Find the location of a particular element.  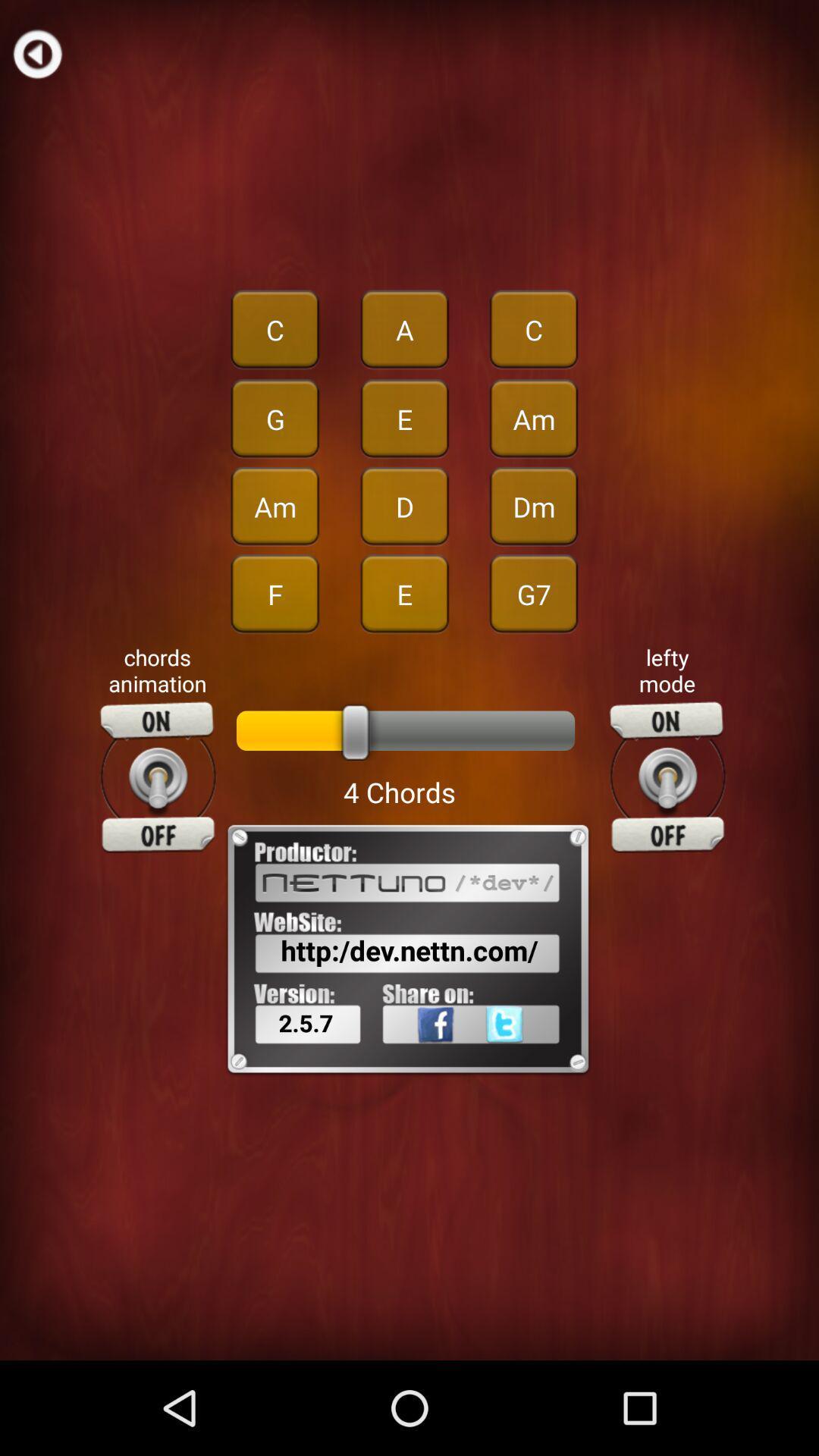

item at the top left corner is located at coordinates (36, 53).